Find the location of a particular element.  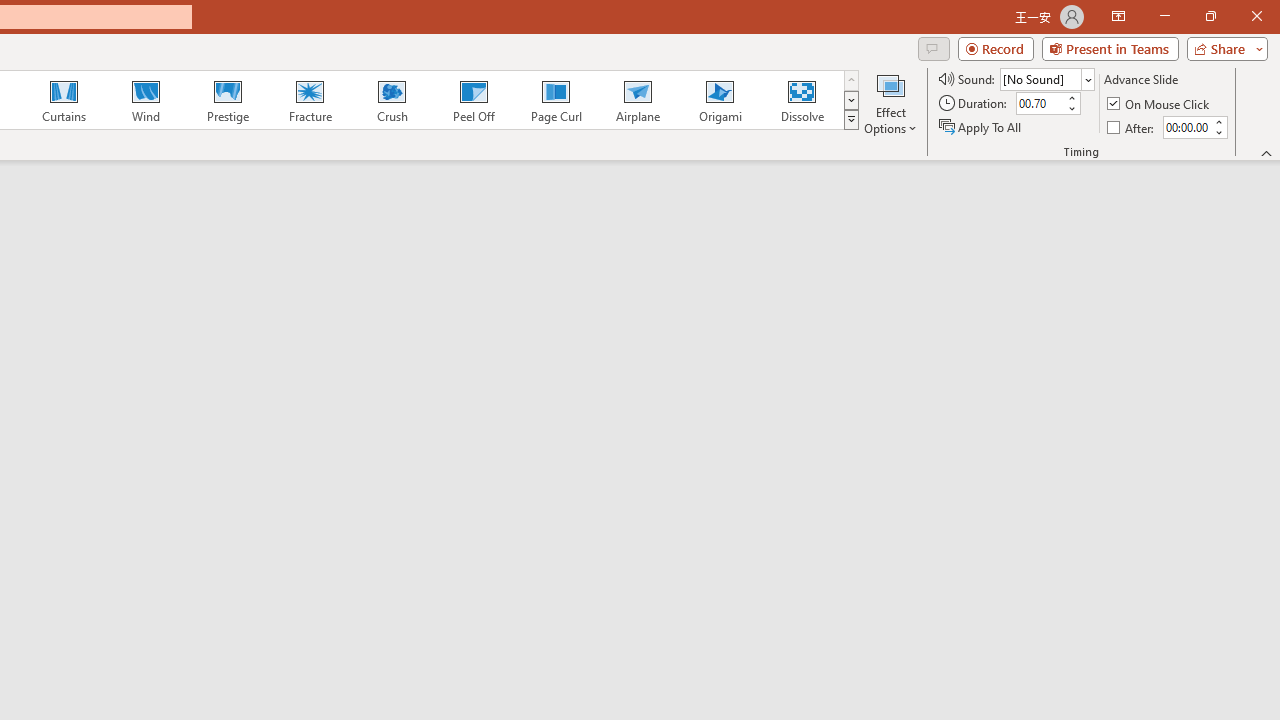

'Sound' is located at coordinates (1046, 78).